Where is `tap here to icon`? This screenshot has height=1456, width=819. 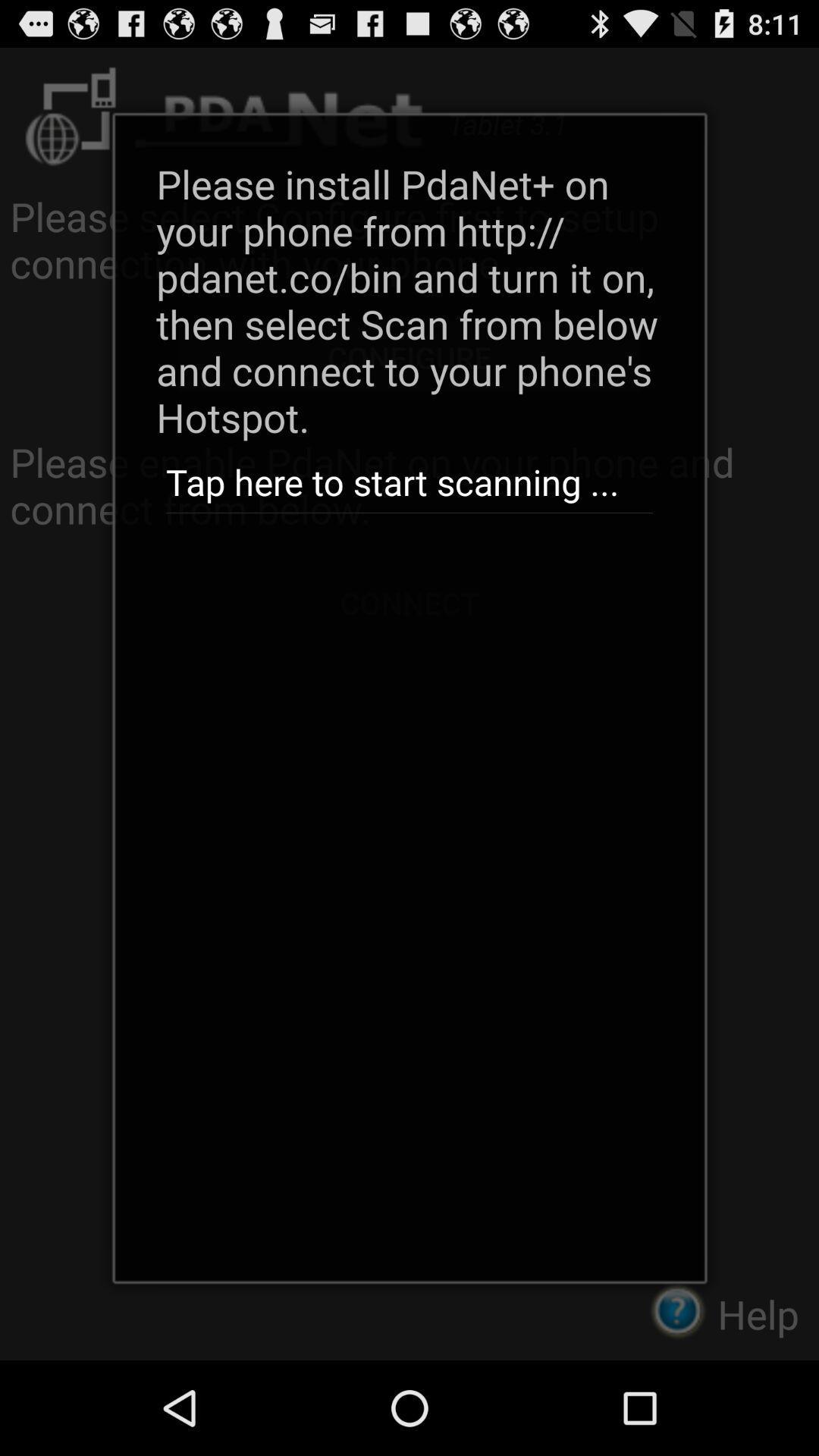 tap here to icon is located at coordinates (409, 482).